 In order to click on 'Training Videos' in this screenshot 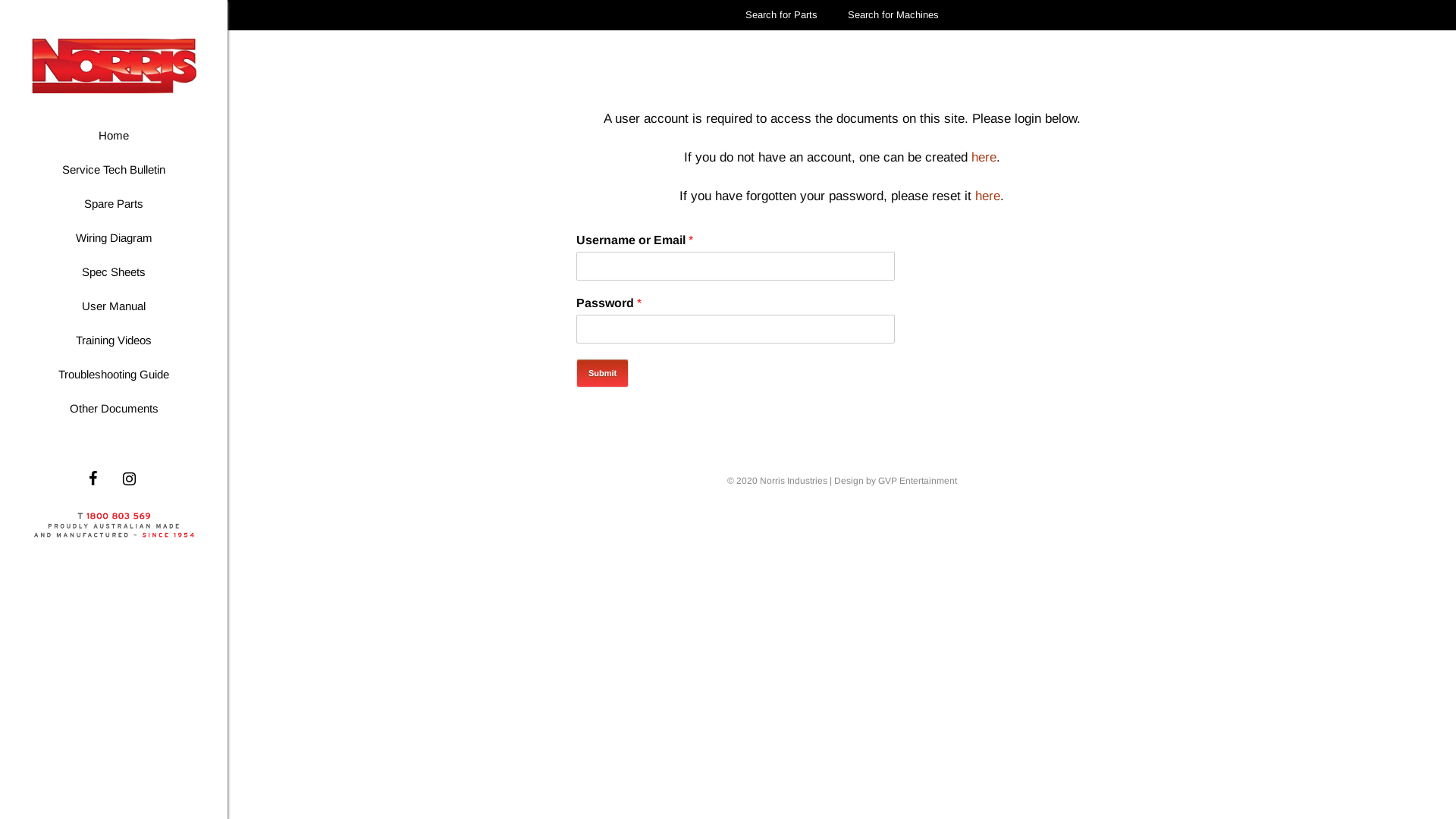, I will do `click(43, 339)`.